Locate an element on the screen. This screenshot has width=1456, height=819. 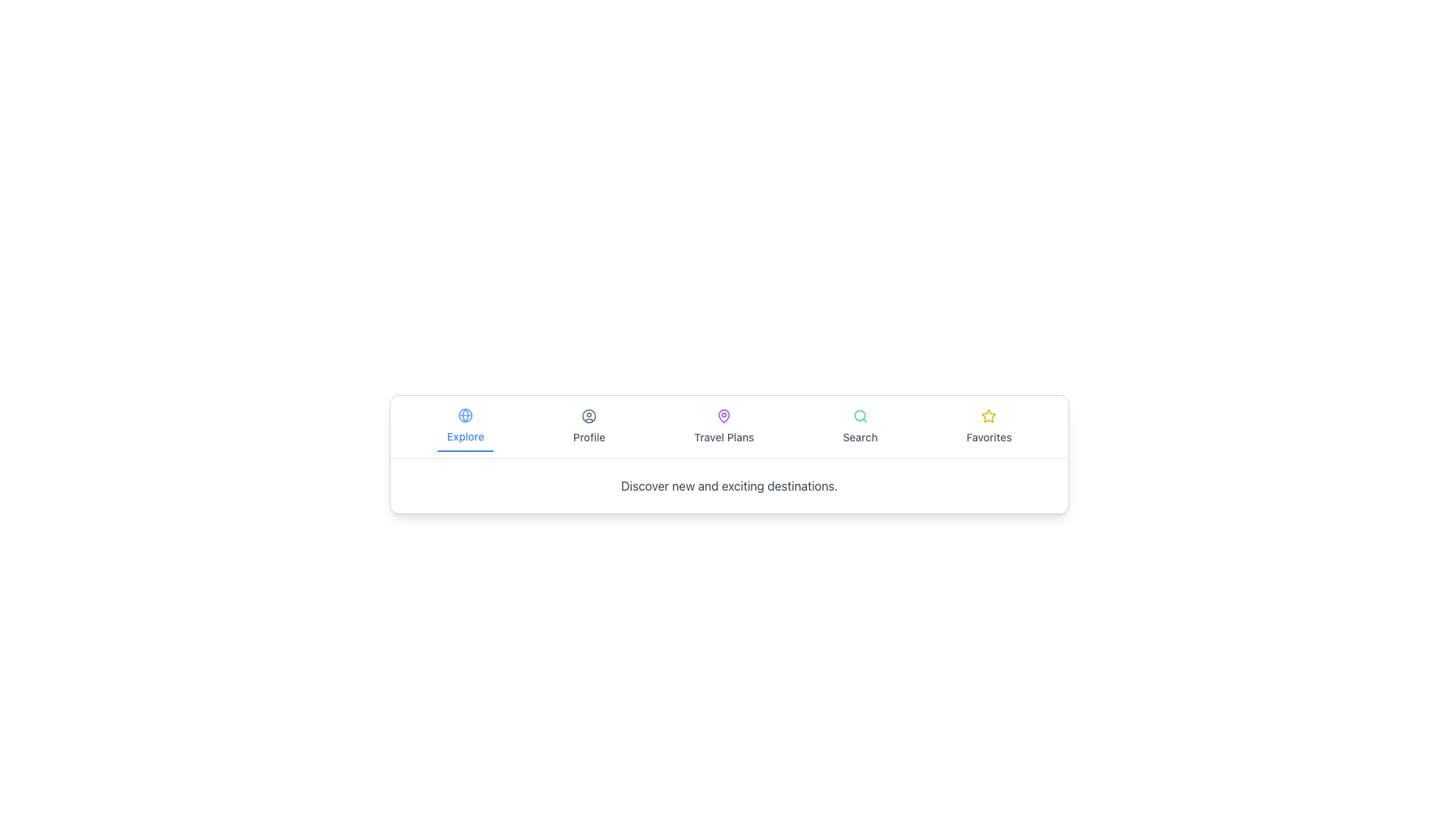
the Navigation Button located at the leftmost end of the horizontal navigation bar is located at coordinates (465, 427).